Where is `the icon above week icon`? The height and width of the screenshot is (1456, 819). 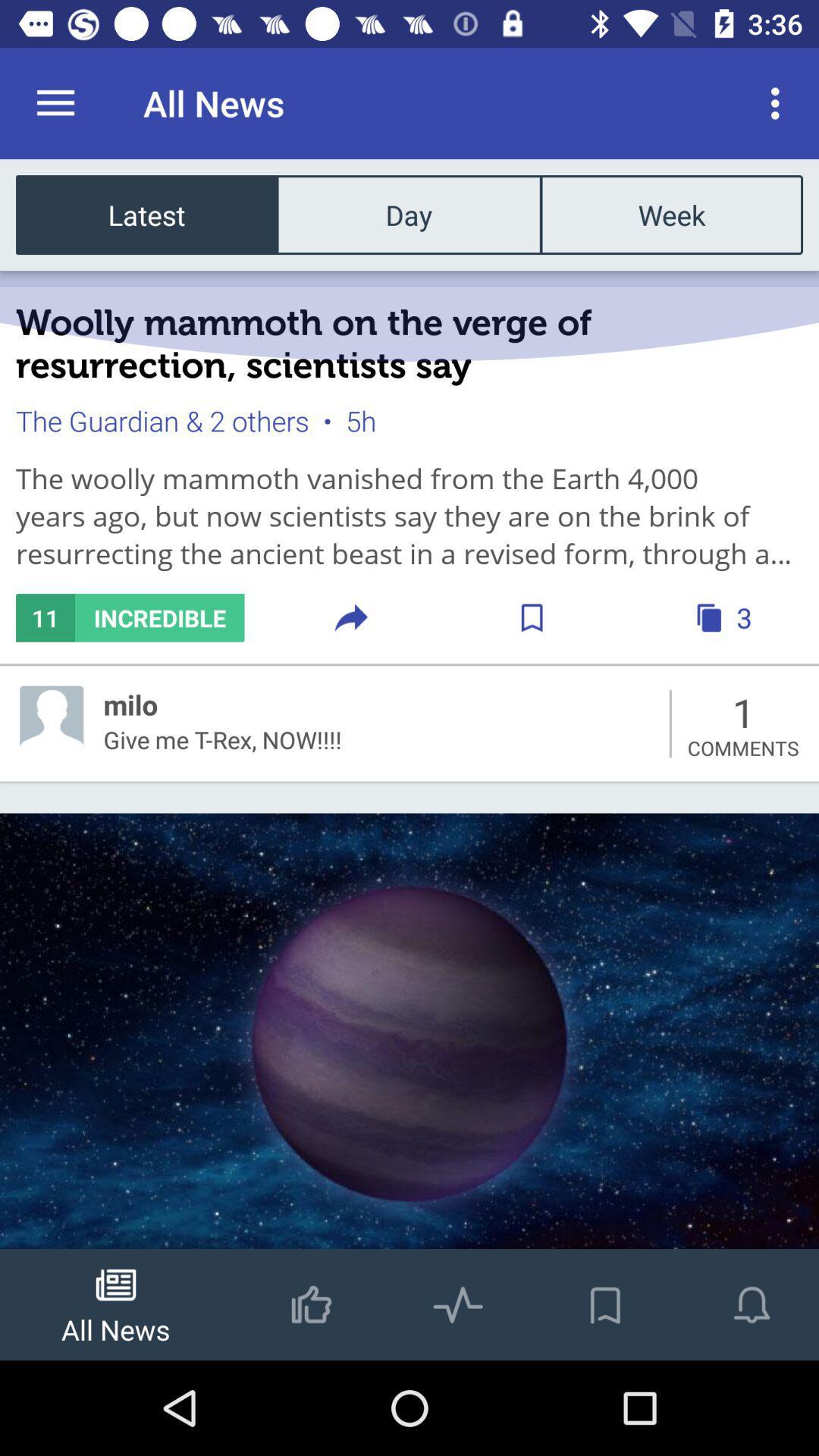 the icon above week icon is located at coordinates (779, 102).